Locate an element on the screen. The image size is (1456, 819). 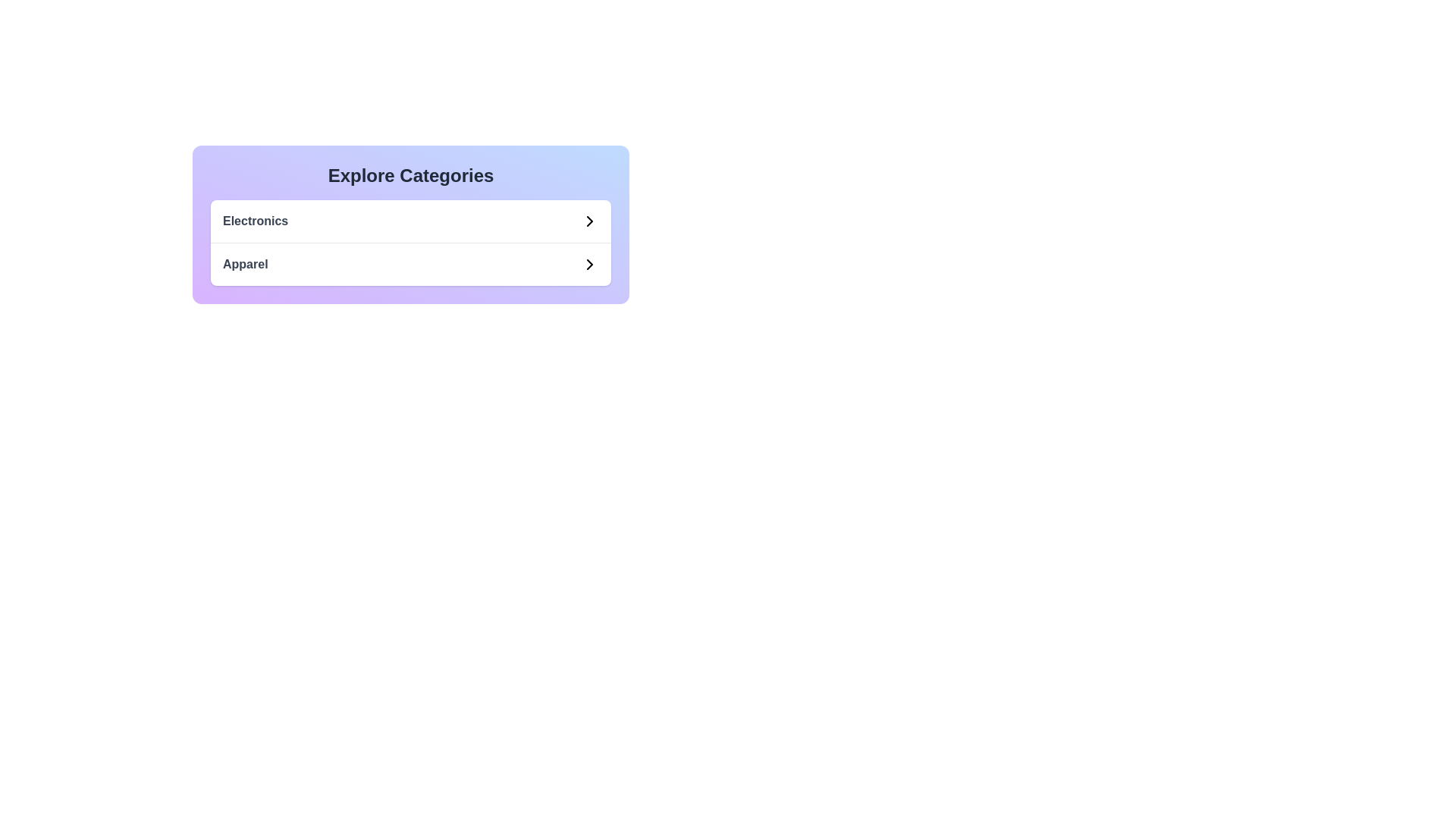
the chevron icon located at the end of the 'Apparel' label, indicating a submenu or navigation action related to the 'Apparel' category is located at coordinates (588, 263).